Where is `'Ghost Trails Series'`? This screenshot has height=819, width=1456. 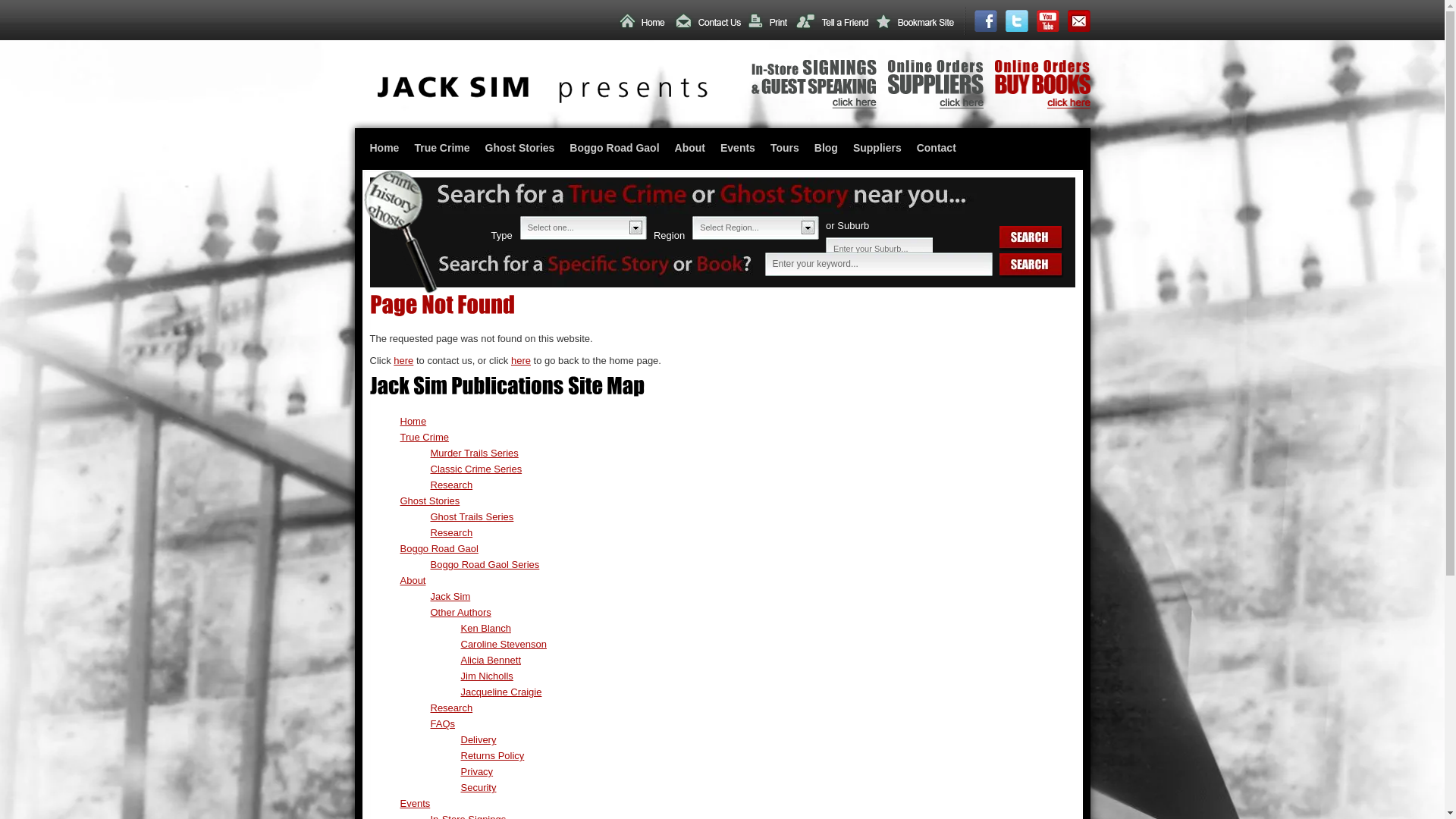
'Ghost Trails Series' is located at coordinates (472, 516).